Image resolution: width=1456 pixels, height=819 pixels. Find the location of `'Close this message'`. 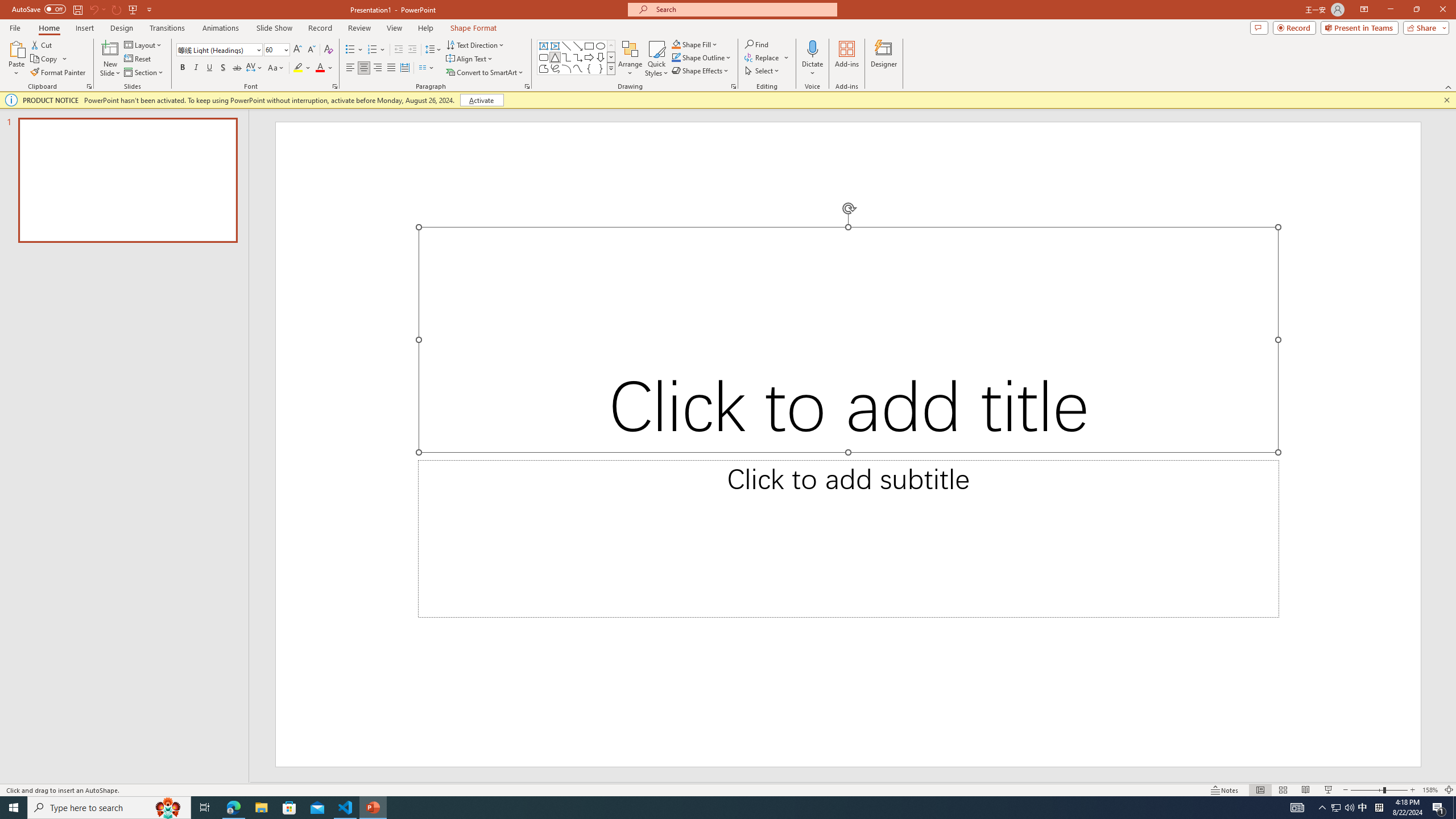

'Close this message' is located at coordinates (1446, 100).